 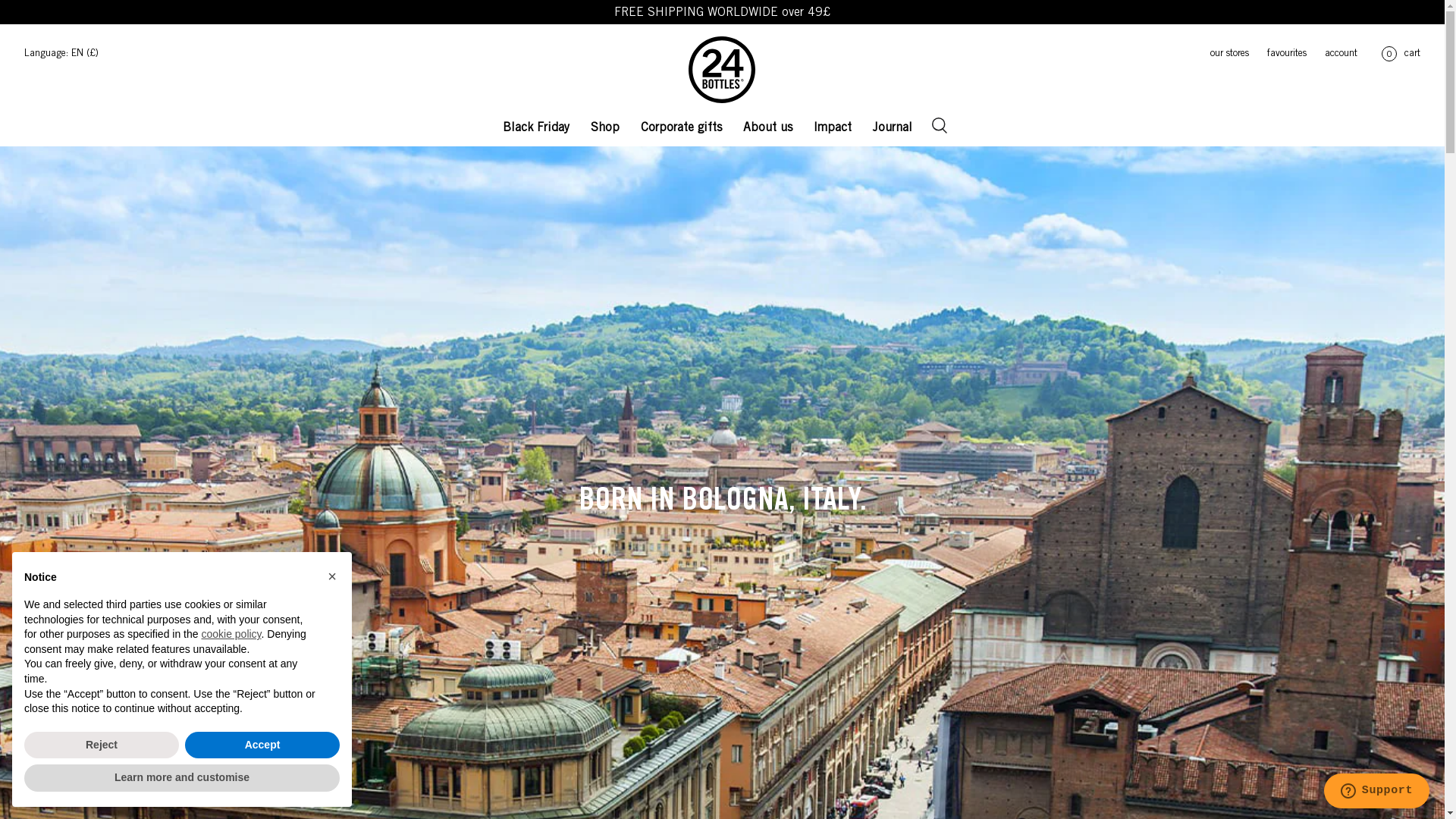 What do you see at coordinates (499, 124) in the screenshot?
I see `'Black Friday'` at bounding box center [499, 124].